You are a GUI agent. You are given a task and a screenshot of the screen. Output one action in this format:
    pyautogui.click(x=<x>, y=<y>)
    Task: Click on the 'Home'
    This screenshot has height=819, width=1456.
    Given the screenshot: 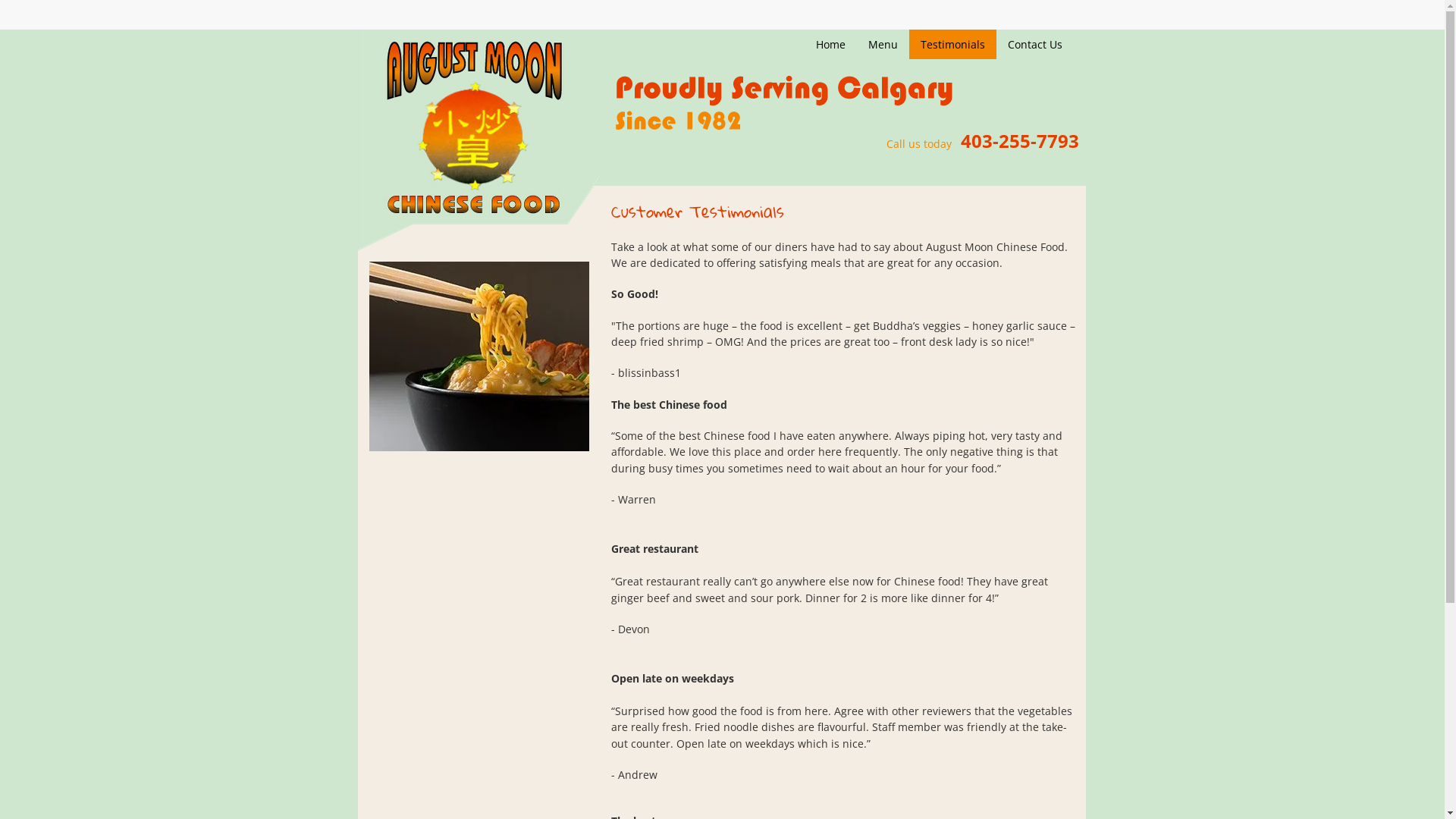 What is the action you would take?
    pyautogui.click(x=803, y=43)
    